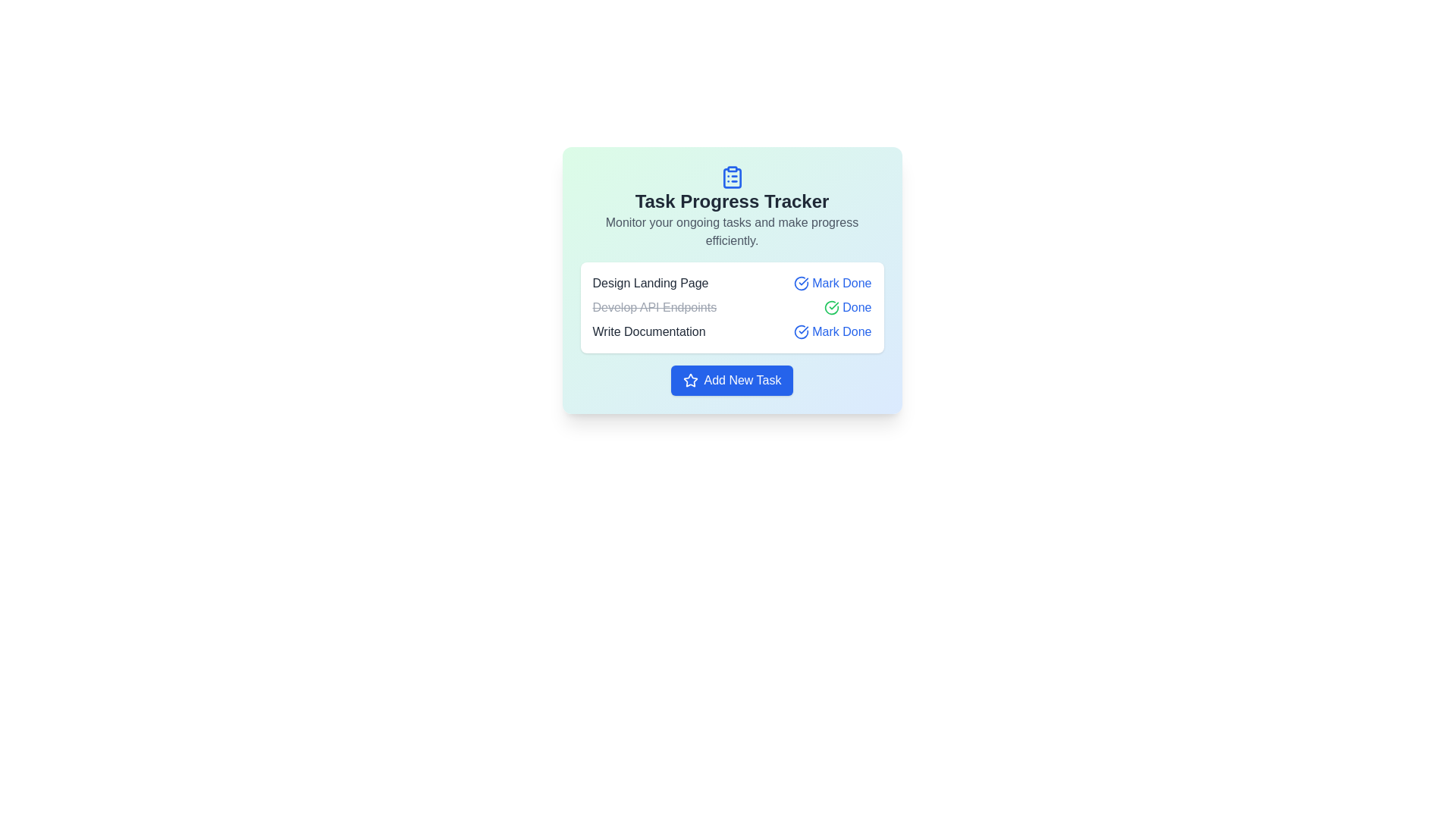  Describe the element at coordinates (654, 307) in the screenshot. I see `the strikethrough labeled text 'Develop API Endpoints', which indicates a completed task in the task list` at that location.